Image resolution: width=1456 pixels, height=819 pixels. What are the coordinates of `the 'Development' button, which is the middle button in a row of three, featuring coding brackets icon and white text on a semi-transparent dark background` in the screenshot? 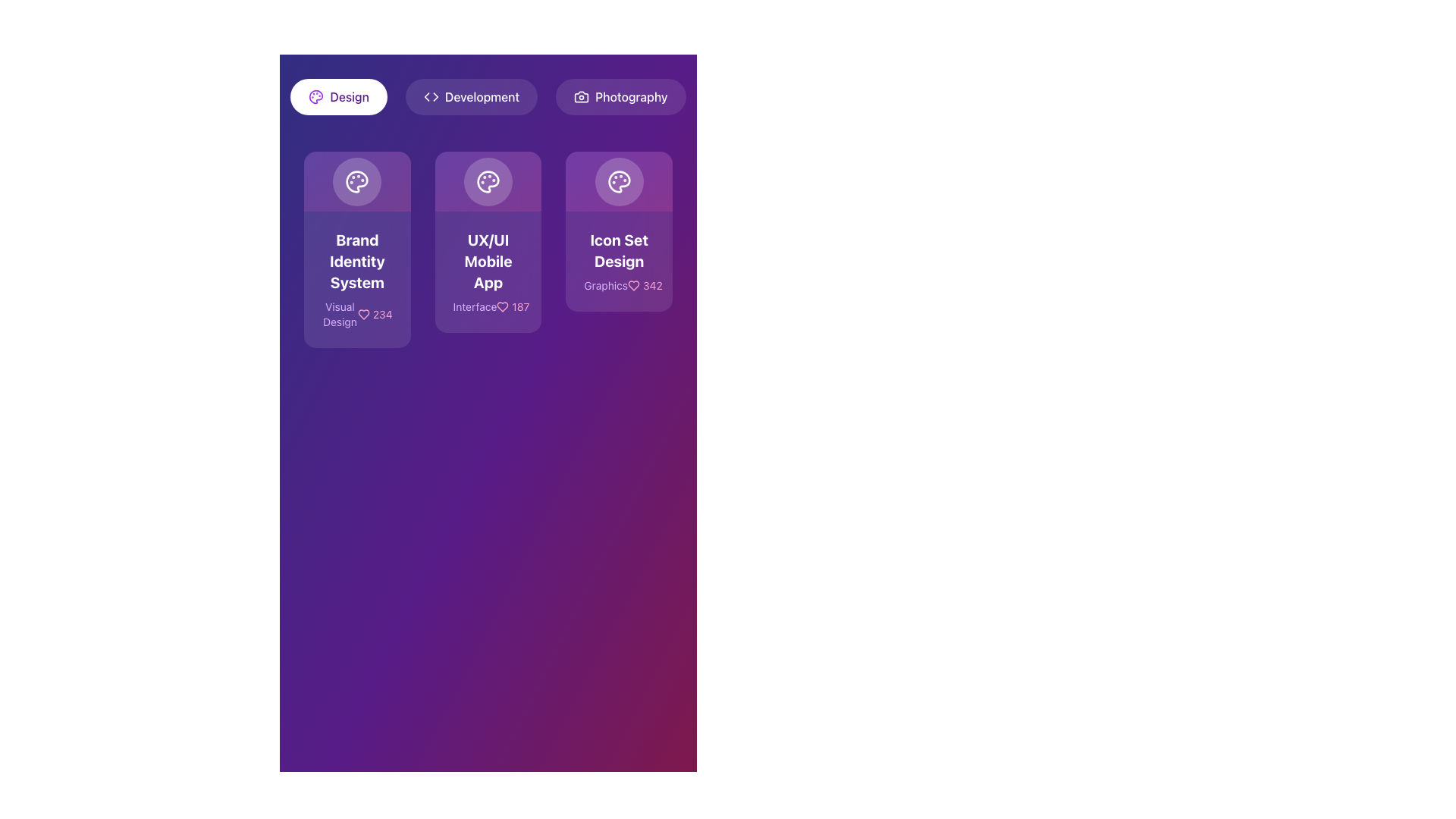 It's located at (488, 96).